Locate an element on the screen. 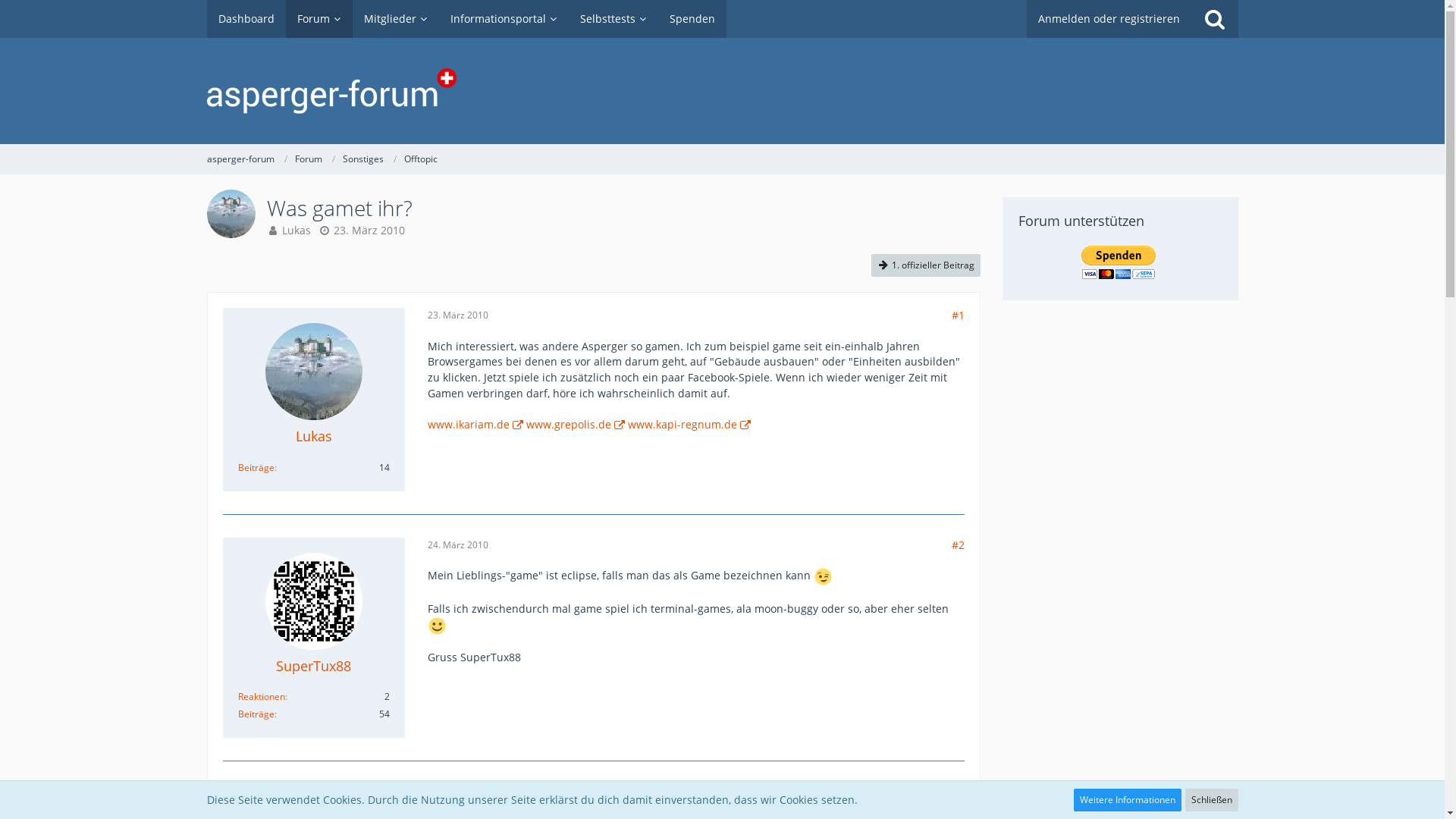 Image resolution: width=1456 pixels, height=819 pixels. 'Forum' is located at coordinates (318, 18).